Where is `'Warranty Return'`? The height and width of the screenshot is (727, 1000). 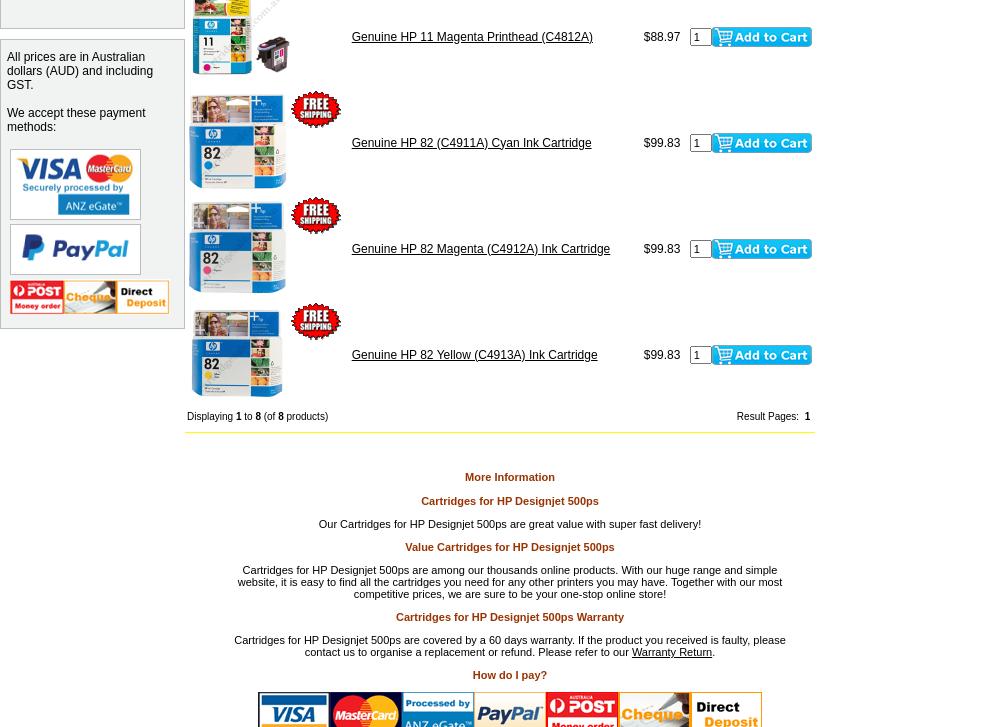 'Warranty Return' is located at coordinates (631, 650).